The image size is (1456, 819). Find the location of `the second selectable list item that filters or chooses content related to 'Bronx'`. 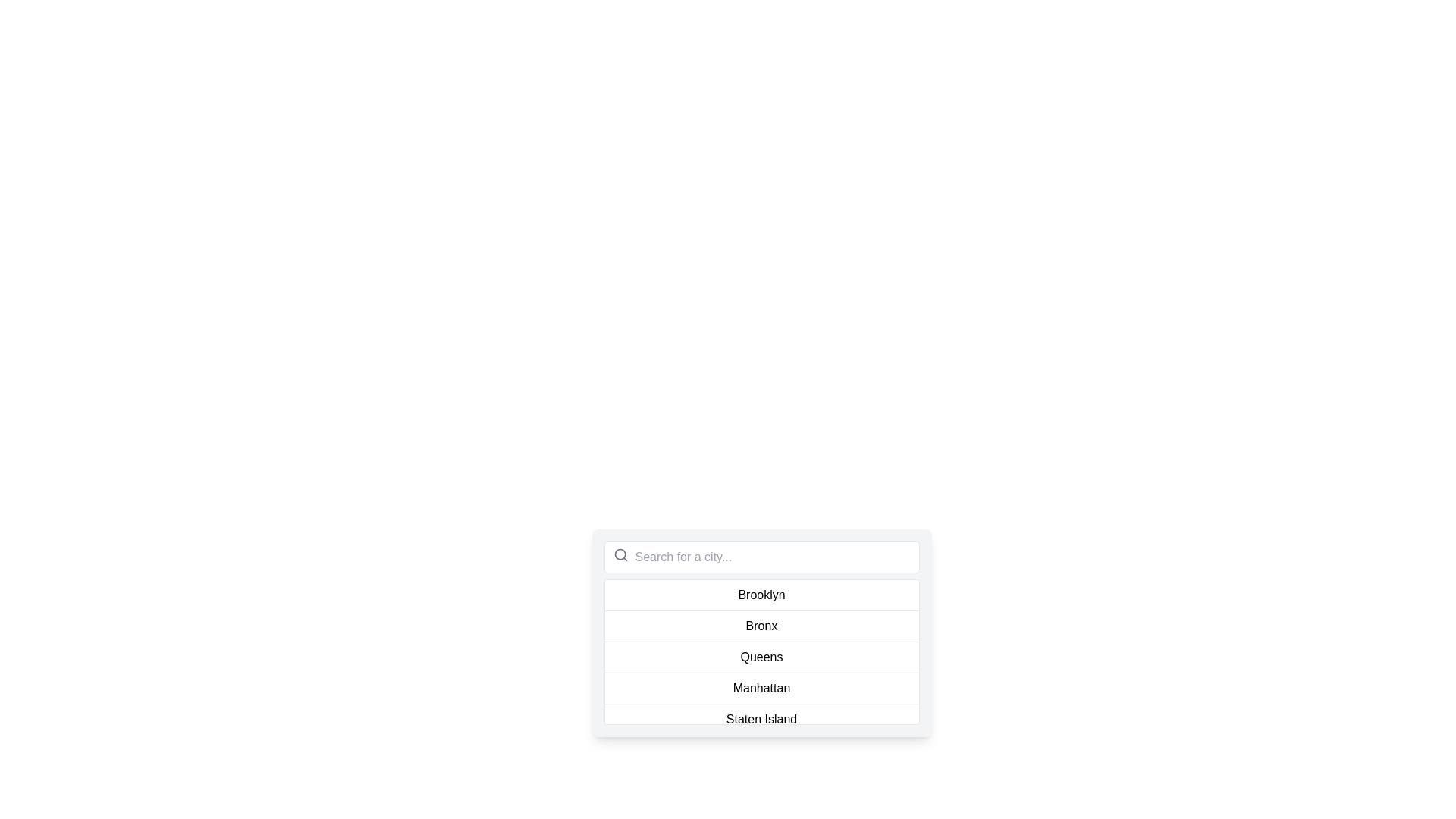

the second selectable list item that filters or chooses content related to 'Bronx' is located at coordinates (761, 632).